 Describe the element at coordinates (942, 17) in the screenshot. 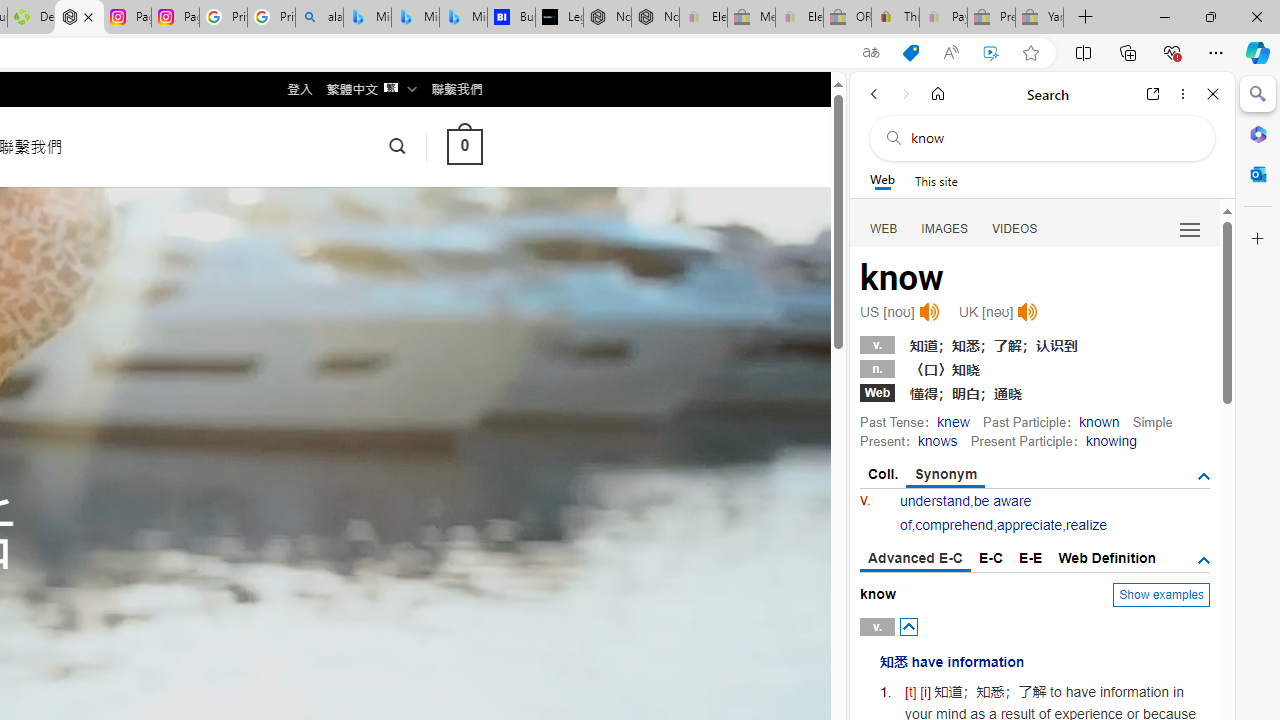

I see `'Payments Terms of Use | eBay.com - Sleeping'` at that location.